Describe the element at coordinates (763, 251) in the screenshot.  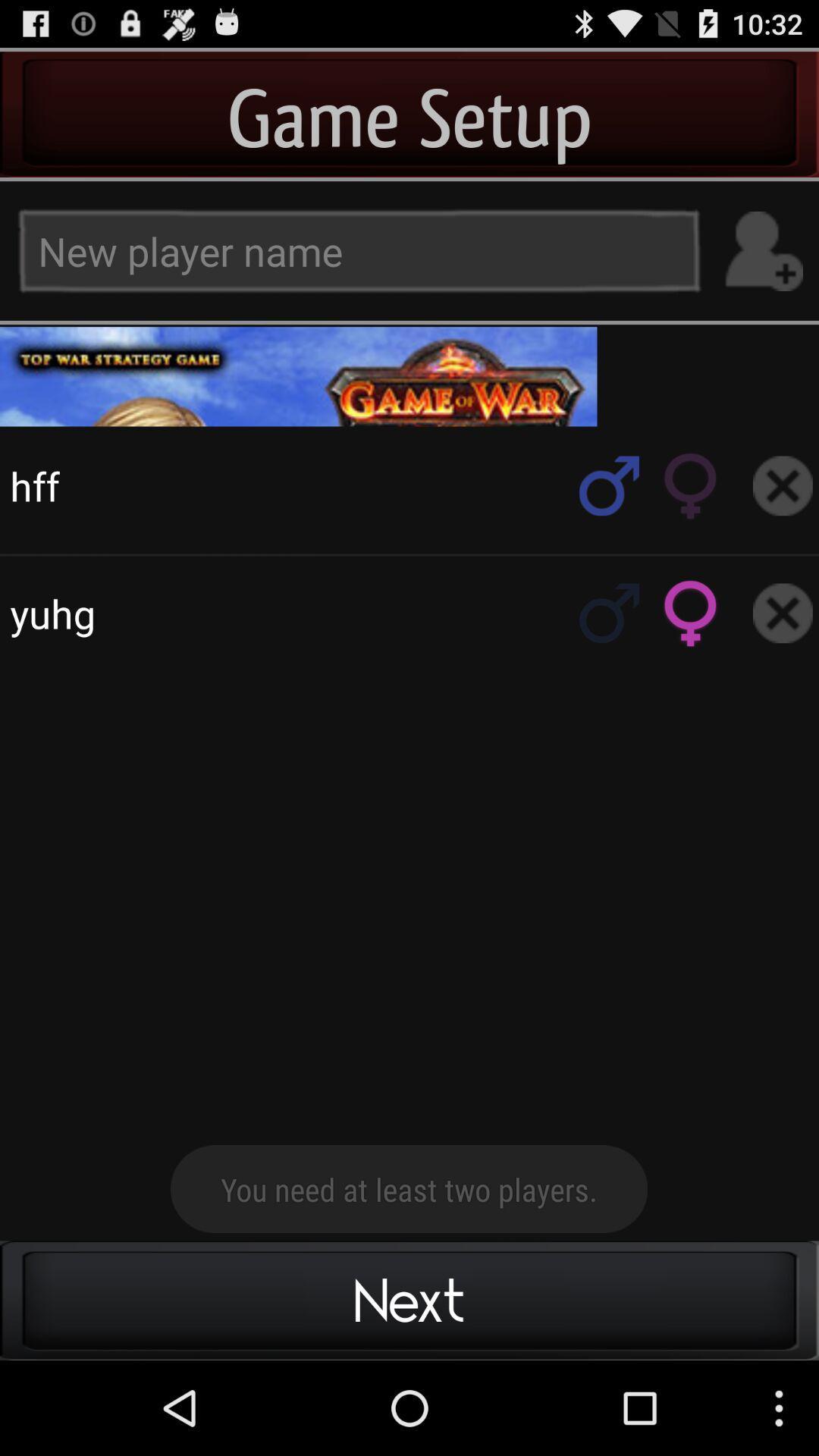
I see `the add option` at that location.